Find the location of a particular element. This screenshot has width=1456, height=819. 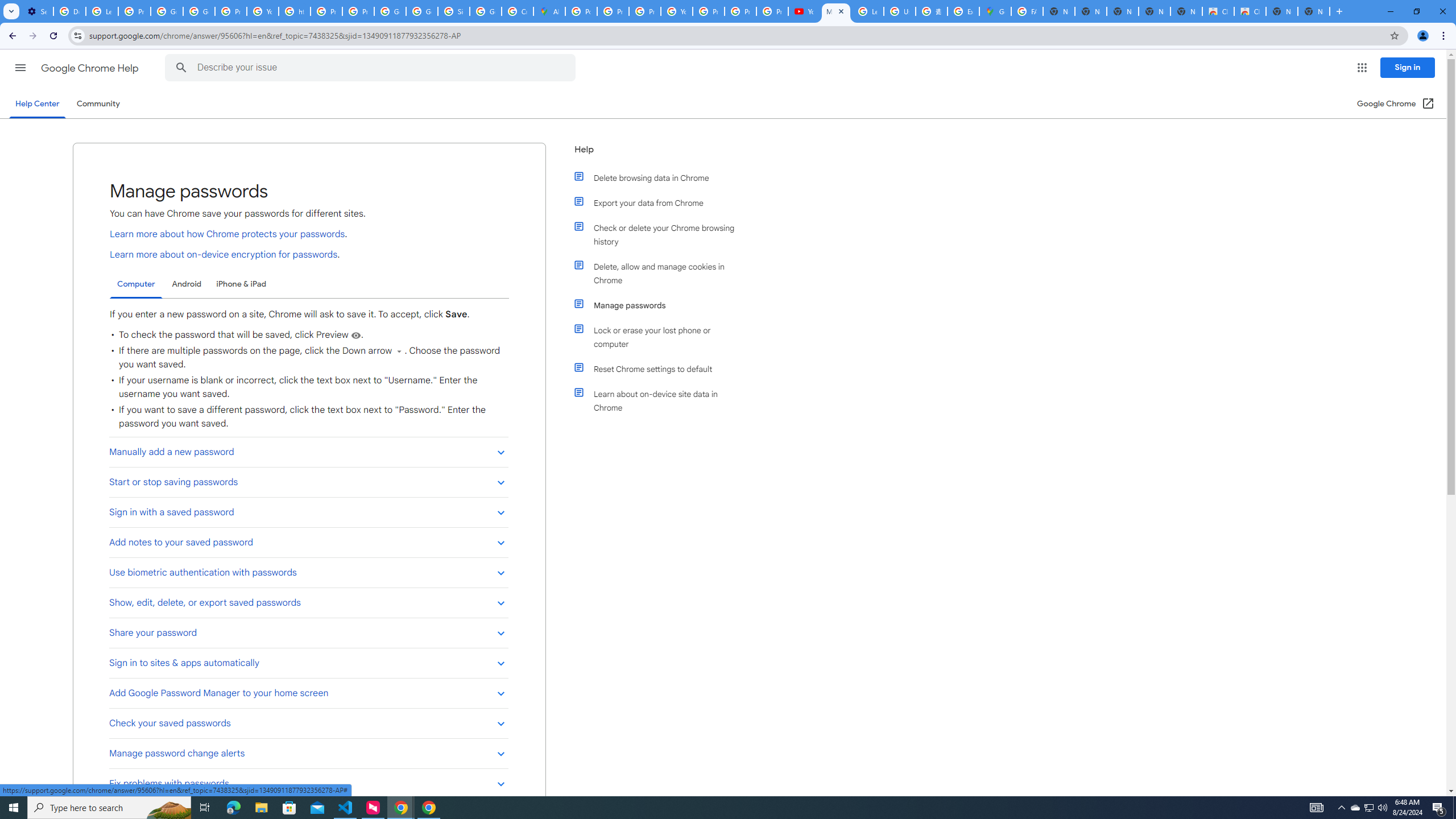

'Describe your issue' is located at coordinates (371, 67).